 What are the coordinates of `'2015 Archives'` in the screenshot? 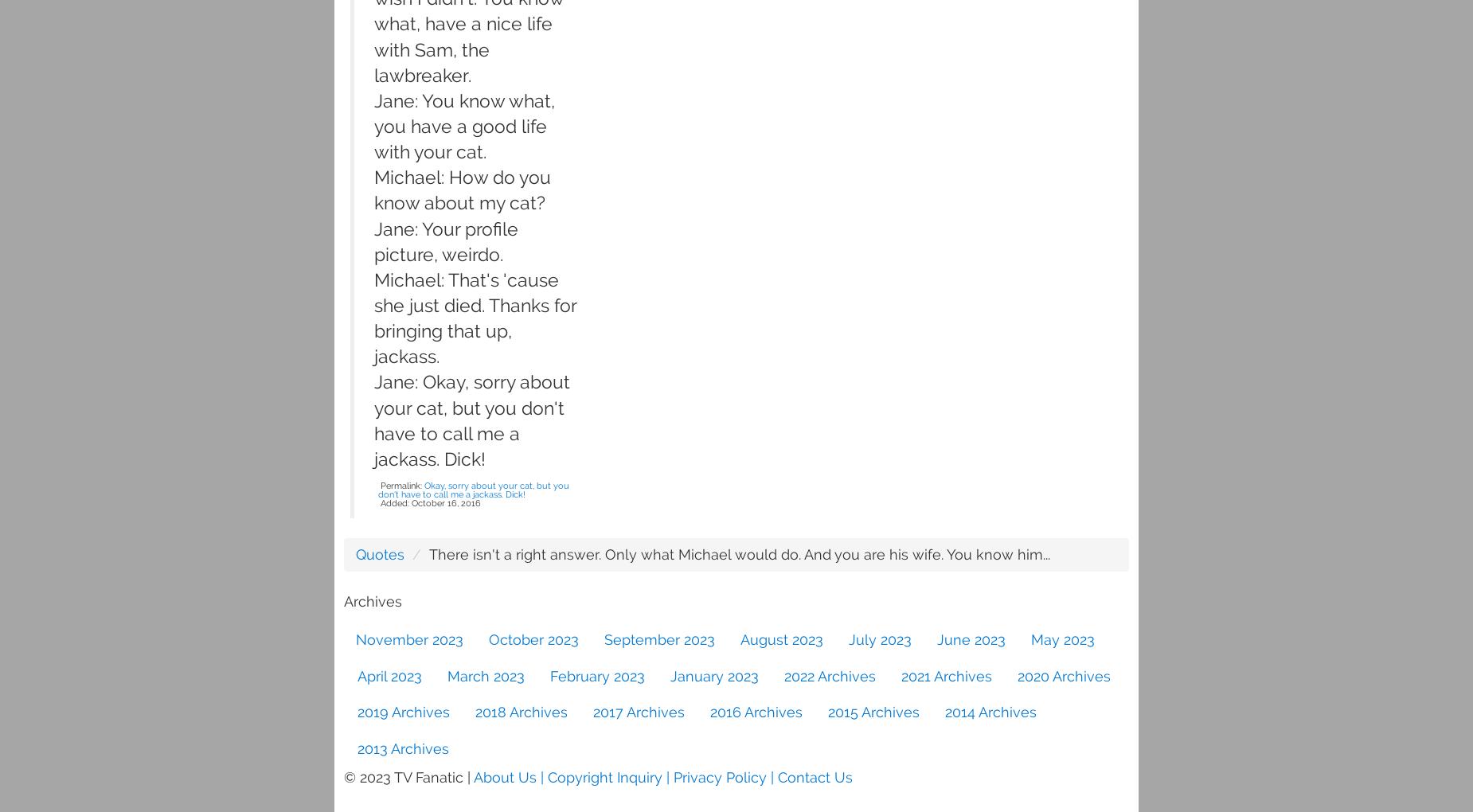 It's located at (873, 712).